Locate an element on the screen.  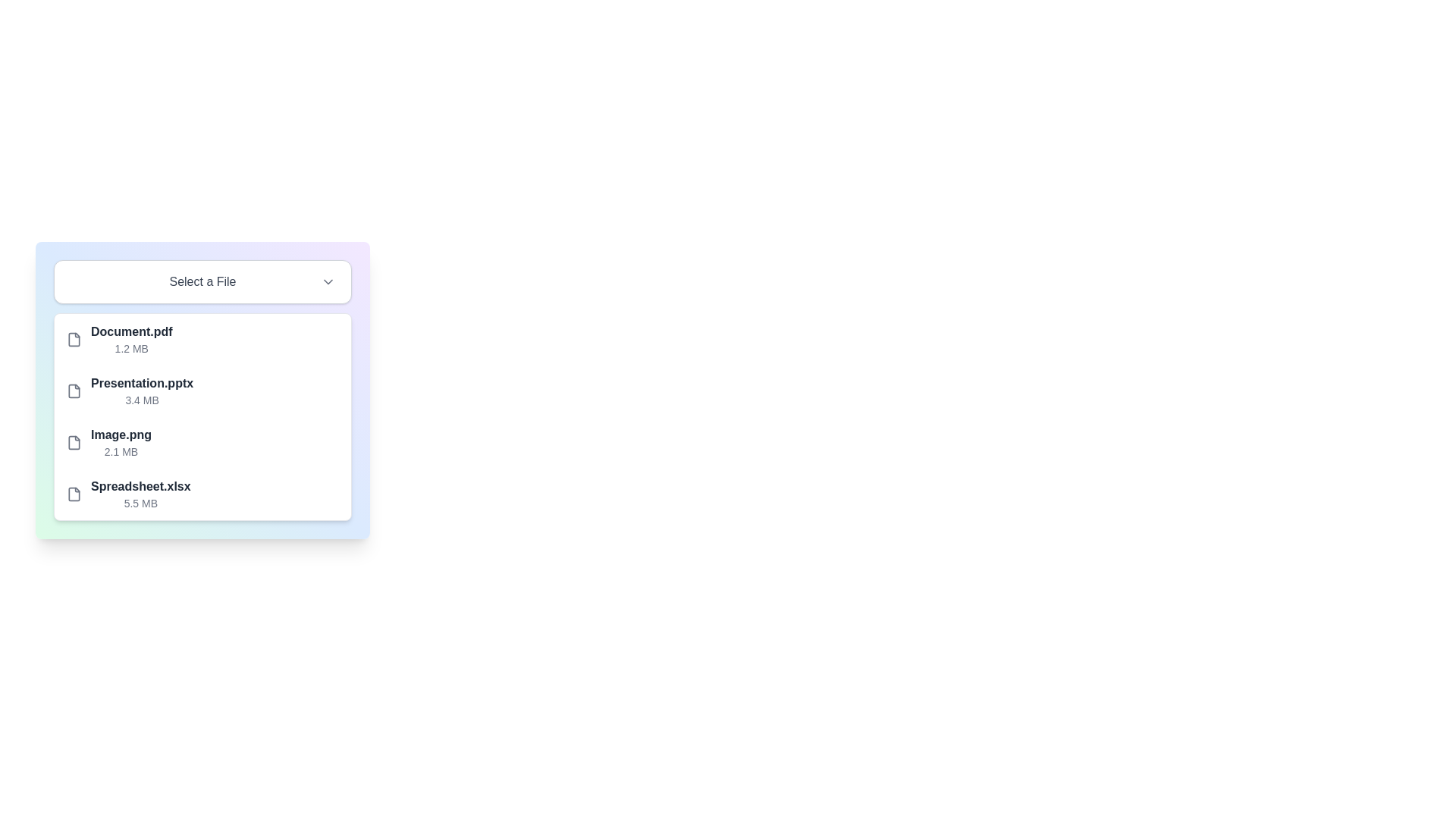
the first file entry row displaying 'Document.pdf' and its size '1.2 MB' is located at coordinates (202, 338).